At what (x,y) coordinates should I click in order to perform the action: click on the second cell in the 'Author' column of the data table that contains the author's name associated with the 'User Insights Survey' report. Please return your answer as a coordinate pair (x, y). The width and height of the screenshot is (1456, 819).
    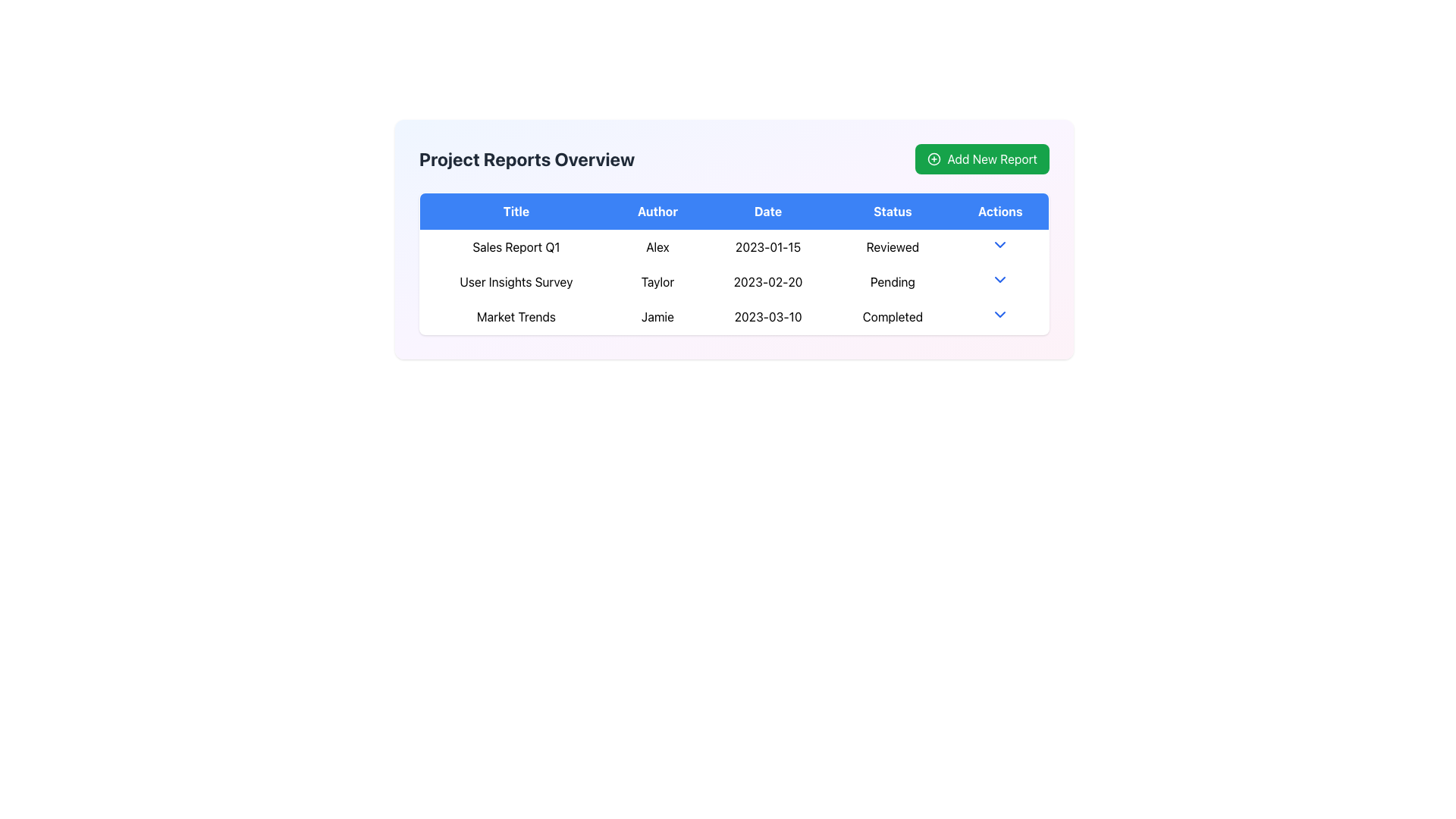
    Looking at the image, I should click on (657, 281).